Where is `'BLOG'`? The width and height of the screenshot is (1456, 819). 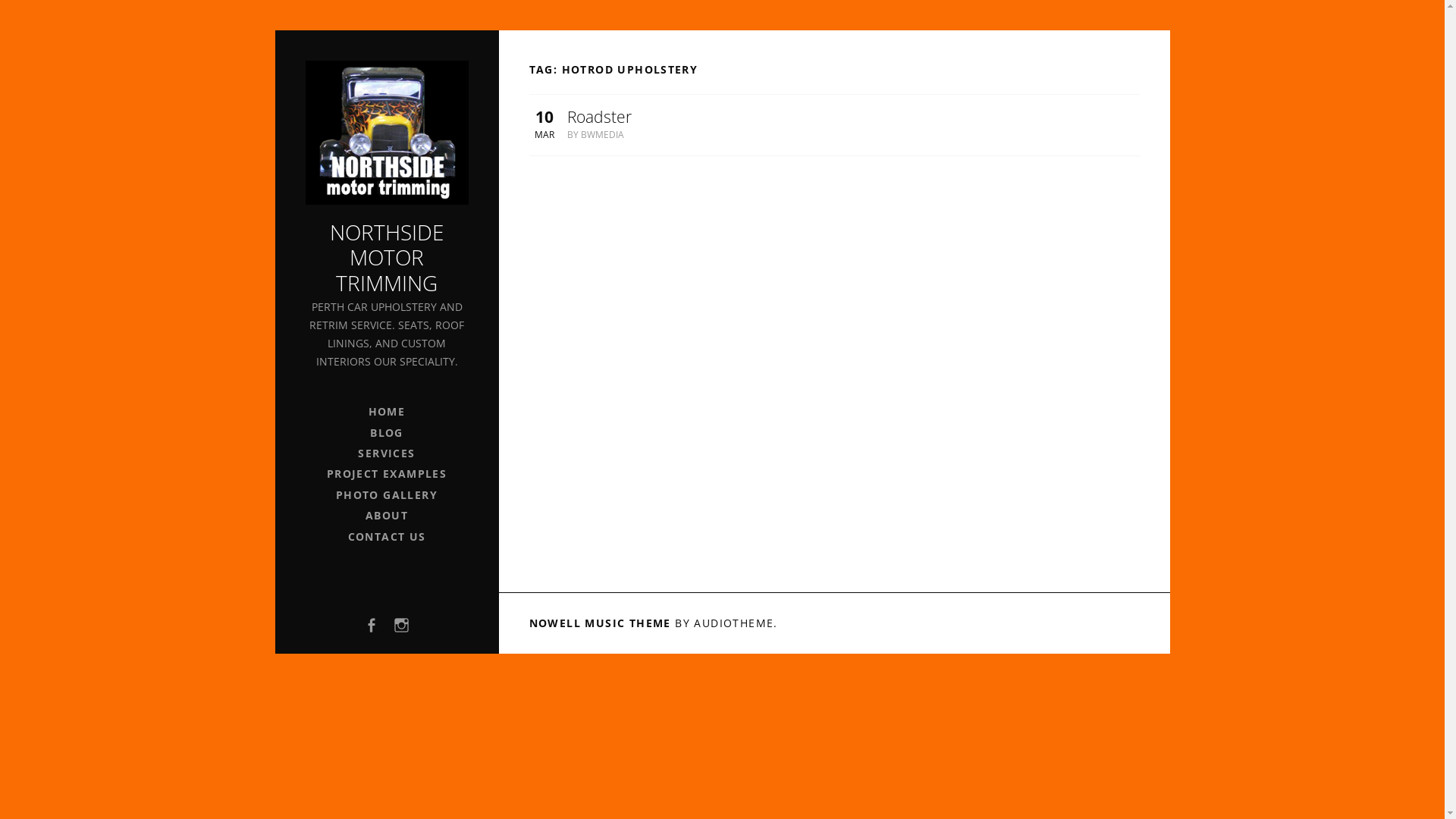 'BLOG' is located at coordinates (304, 432).